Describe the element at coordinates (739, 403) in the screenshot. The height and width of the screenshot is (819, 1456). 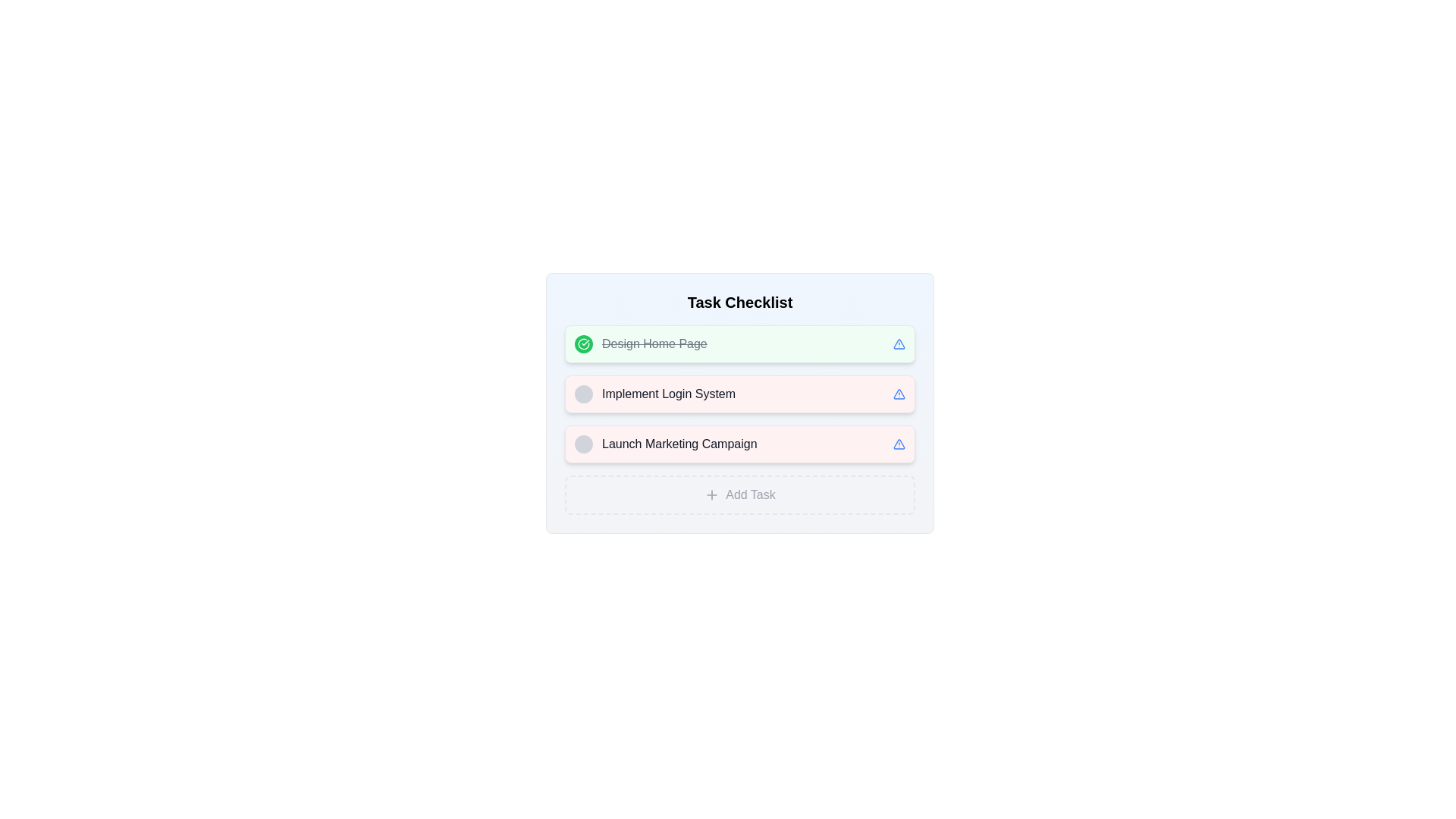
I see `the task item in the checklist interface, which is positioned in the second slot` at that location.